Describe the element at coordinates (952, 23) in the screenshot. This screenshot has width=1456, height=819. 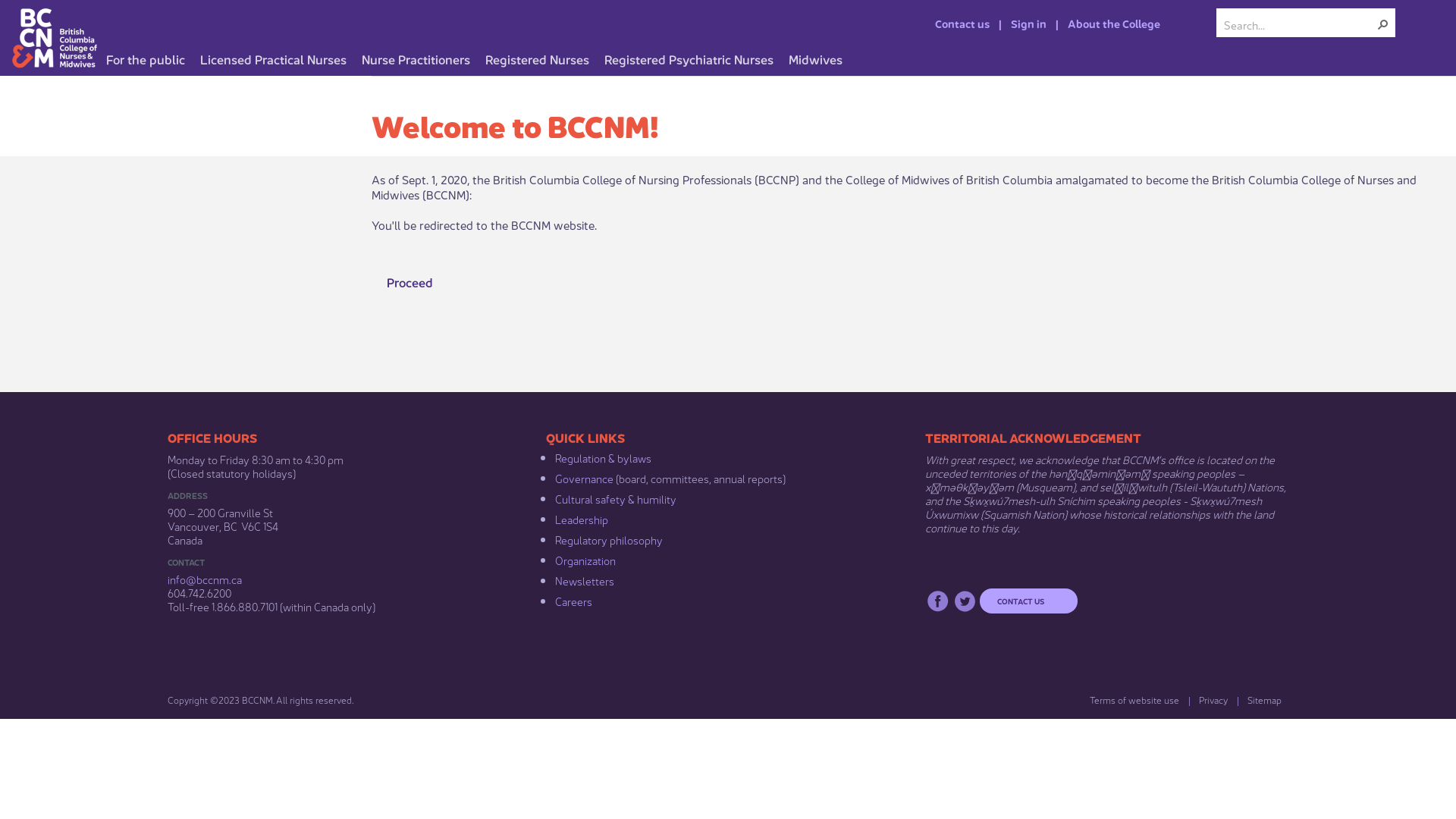
I see `'Contact us'` at that location.